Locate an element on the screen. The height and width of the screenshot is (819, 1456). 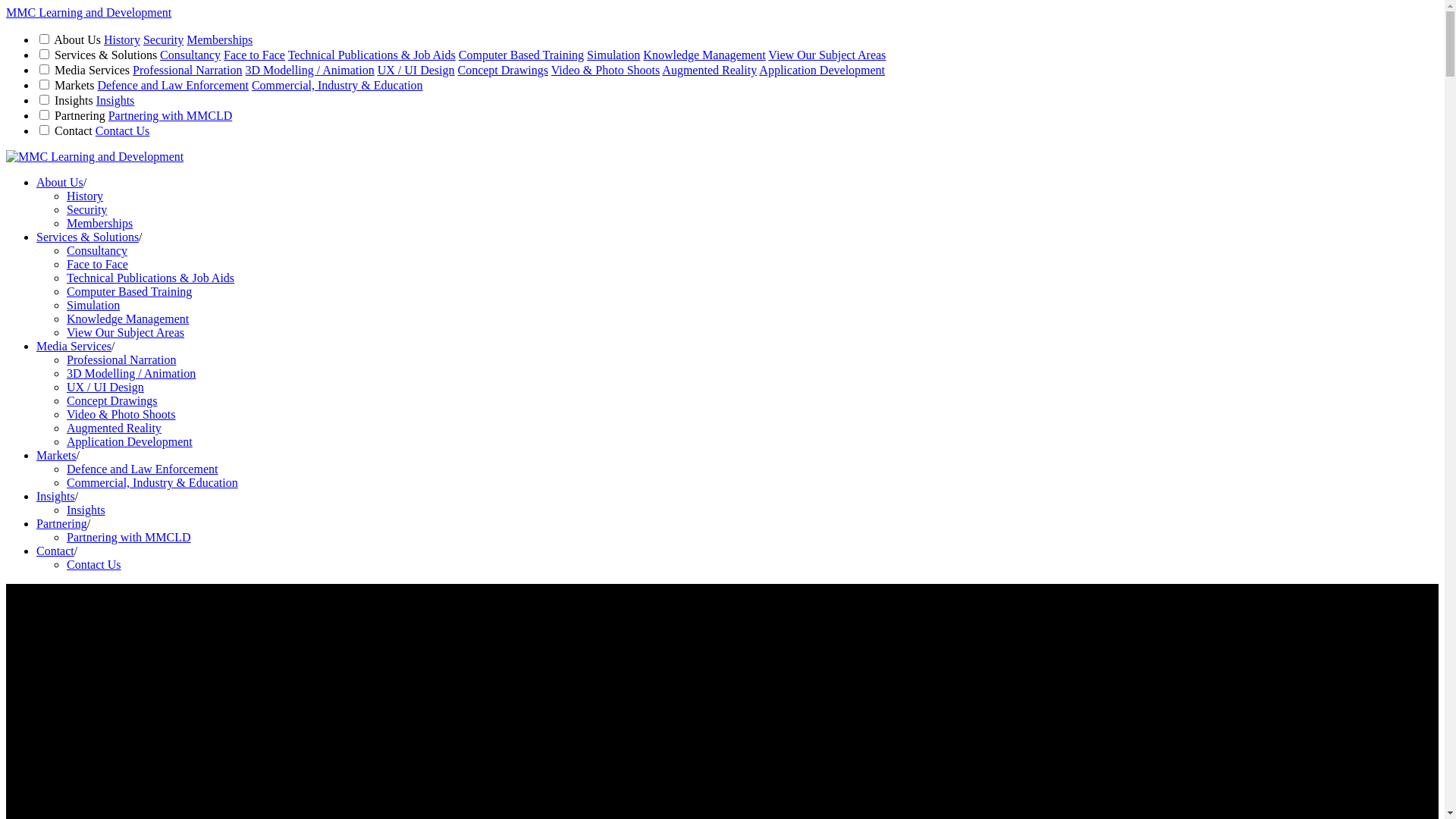
'Knowledge Management' is located at coordinates (703, 54).